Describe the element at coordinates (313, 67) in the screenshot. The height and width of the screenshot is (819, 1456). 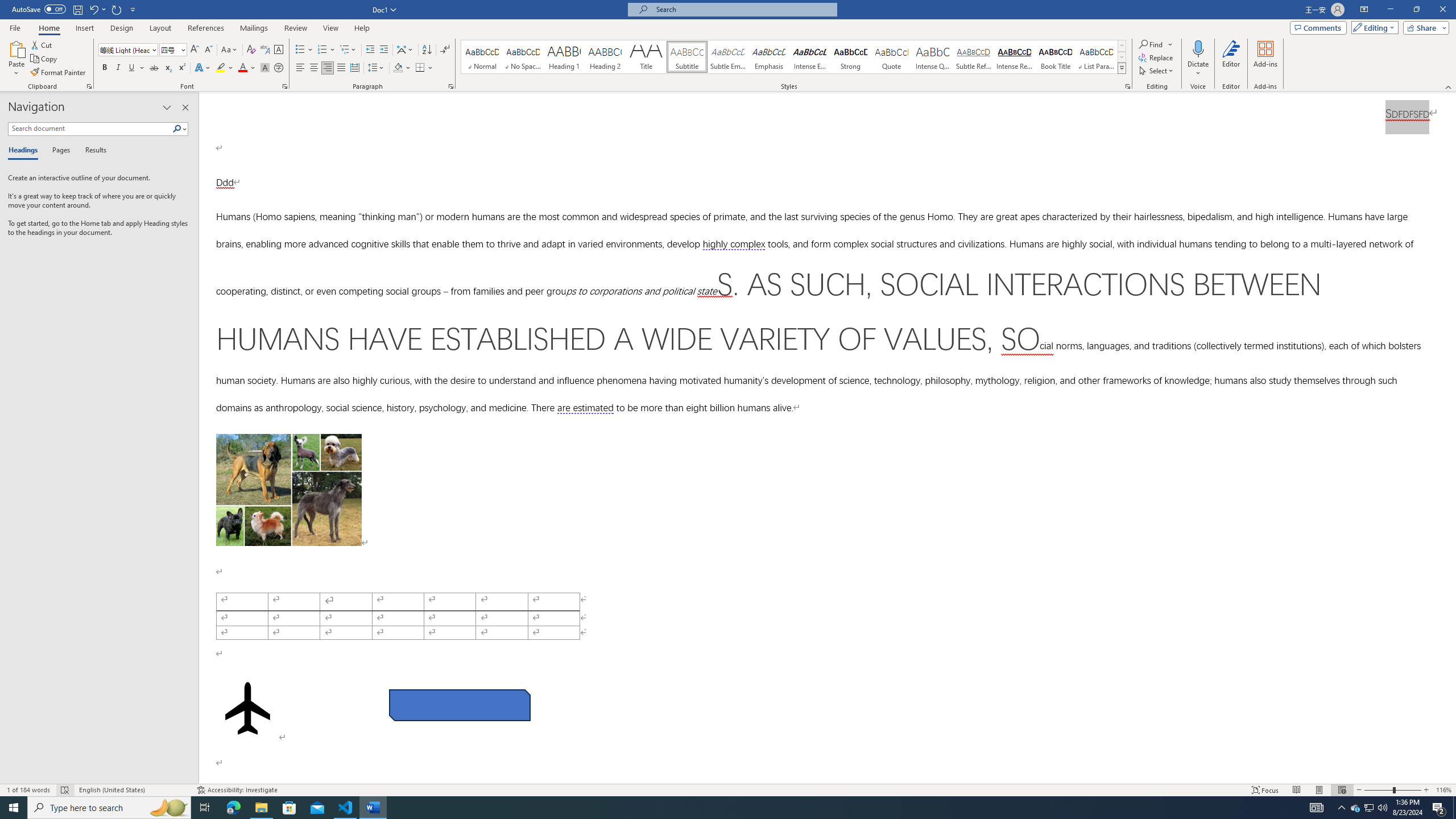
I see `'Center'` at that location.